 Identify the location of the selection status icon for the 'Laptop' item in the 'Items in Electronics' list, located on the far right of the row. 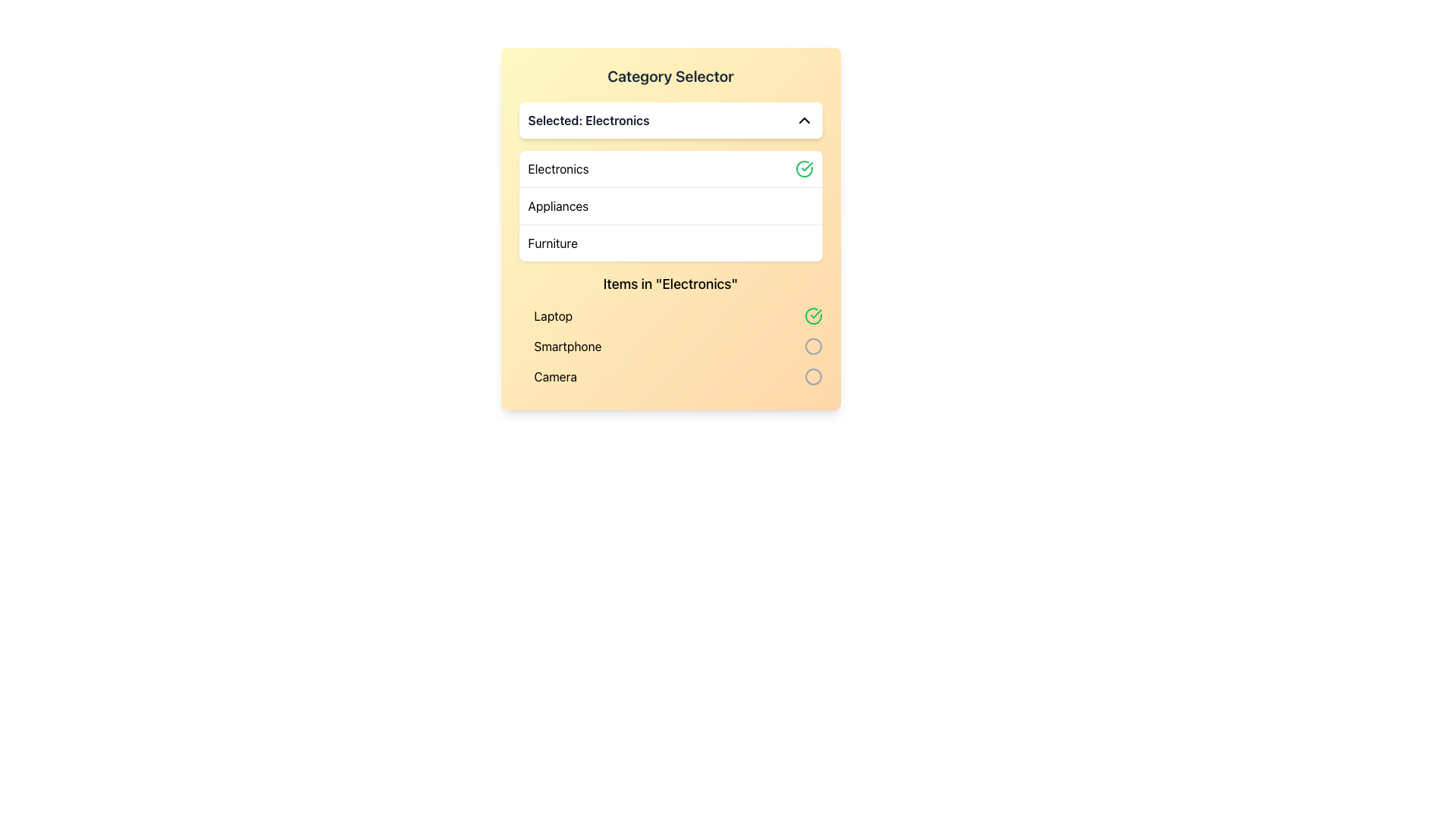
(812, 315).